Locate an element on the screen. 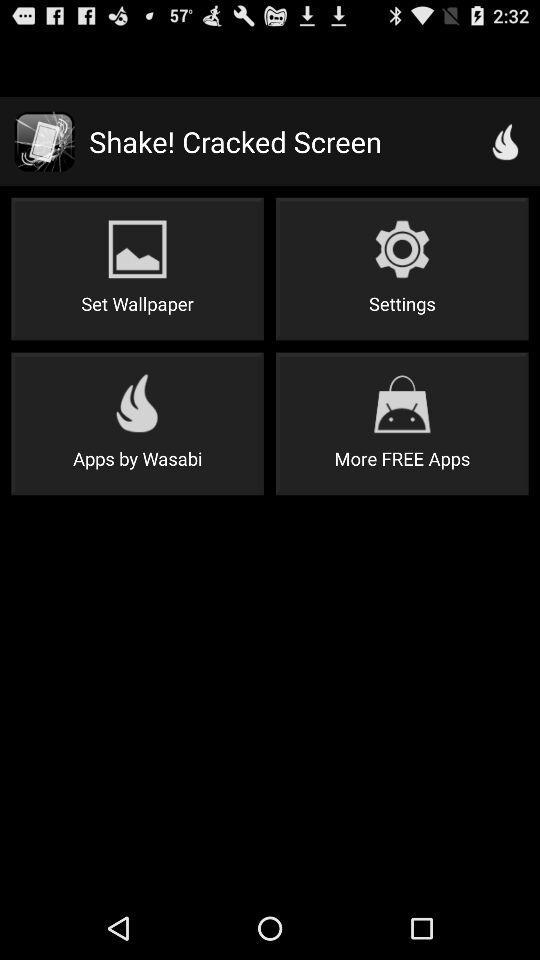 The image size is (540, 960). icon above apps by wasabi item is located at coordinates (136, 268).